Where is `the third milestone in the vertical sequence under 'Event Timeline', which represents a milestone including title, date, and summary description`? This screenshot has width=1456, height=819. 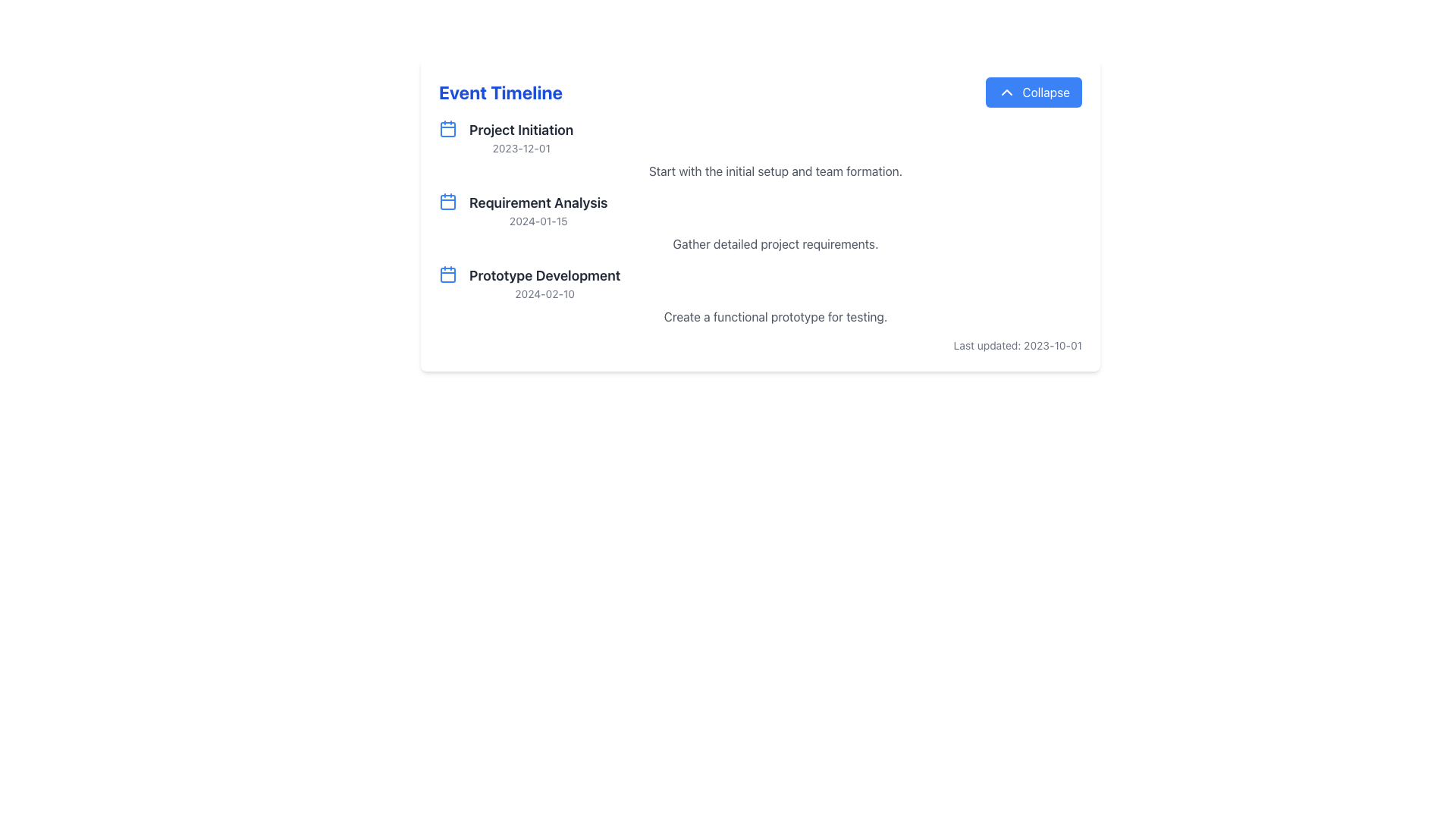
the third milestone in the vertical sequence under 'Event Timeline', which represents a milestone including title, date, and summary description is located at coordinates (761, 295).